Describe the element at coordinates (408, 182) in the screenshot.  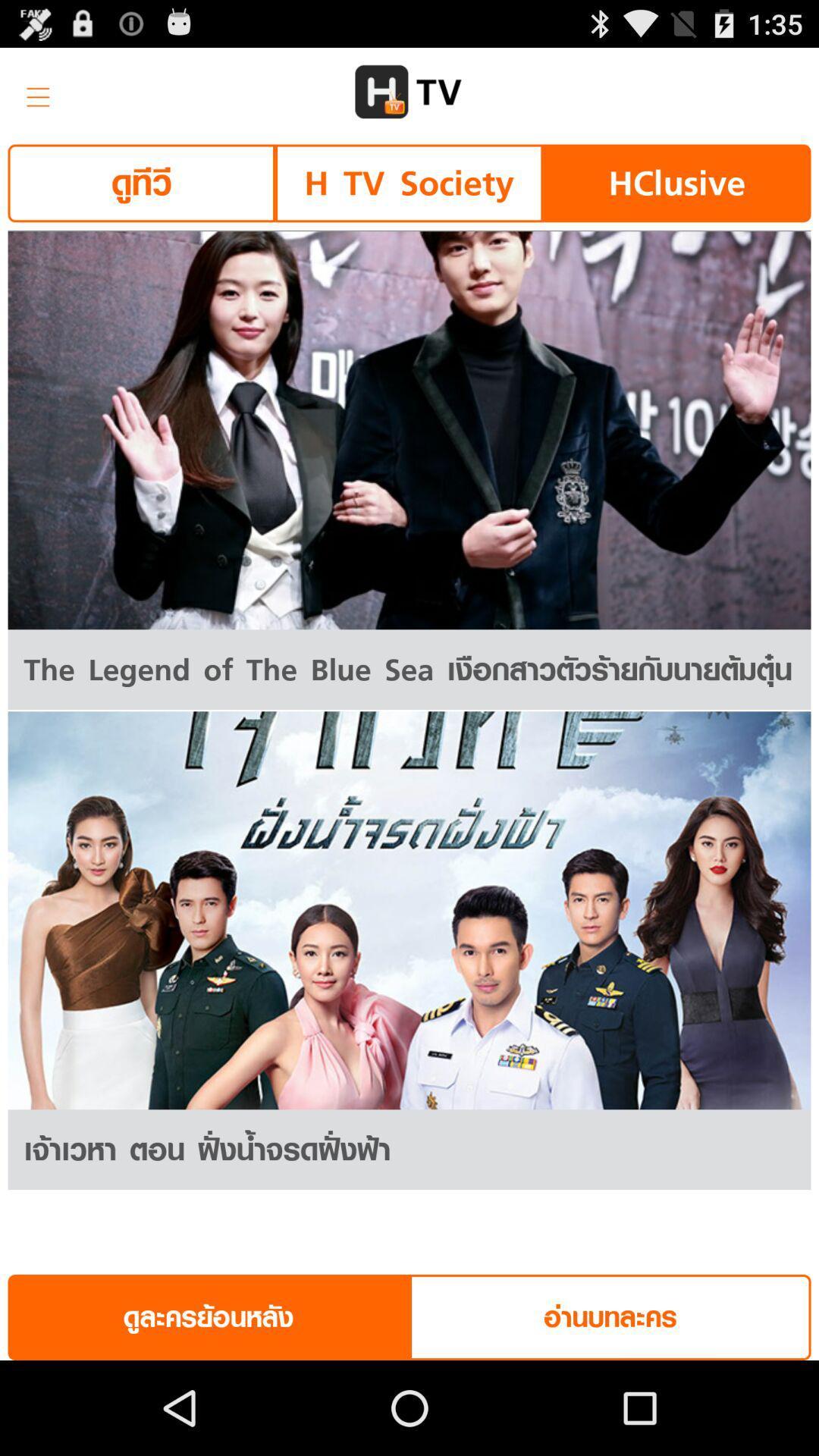
I see `the h tv society` at that location.